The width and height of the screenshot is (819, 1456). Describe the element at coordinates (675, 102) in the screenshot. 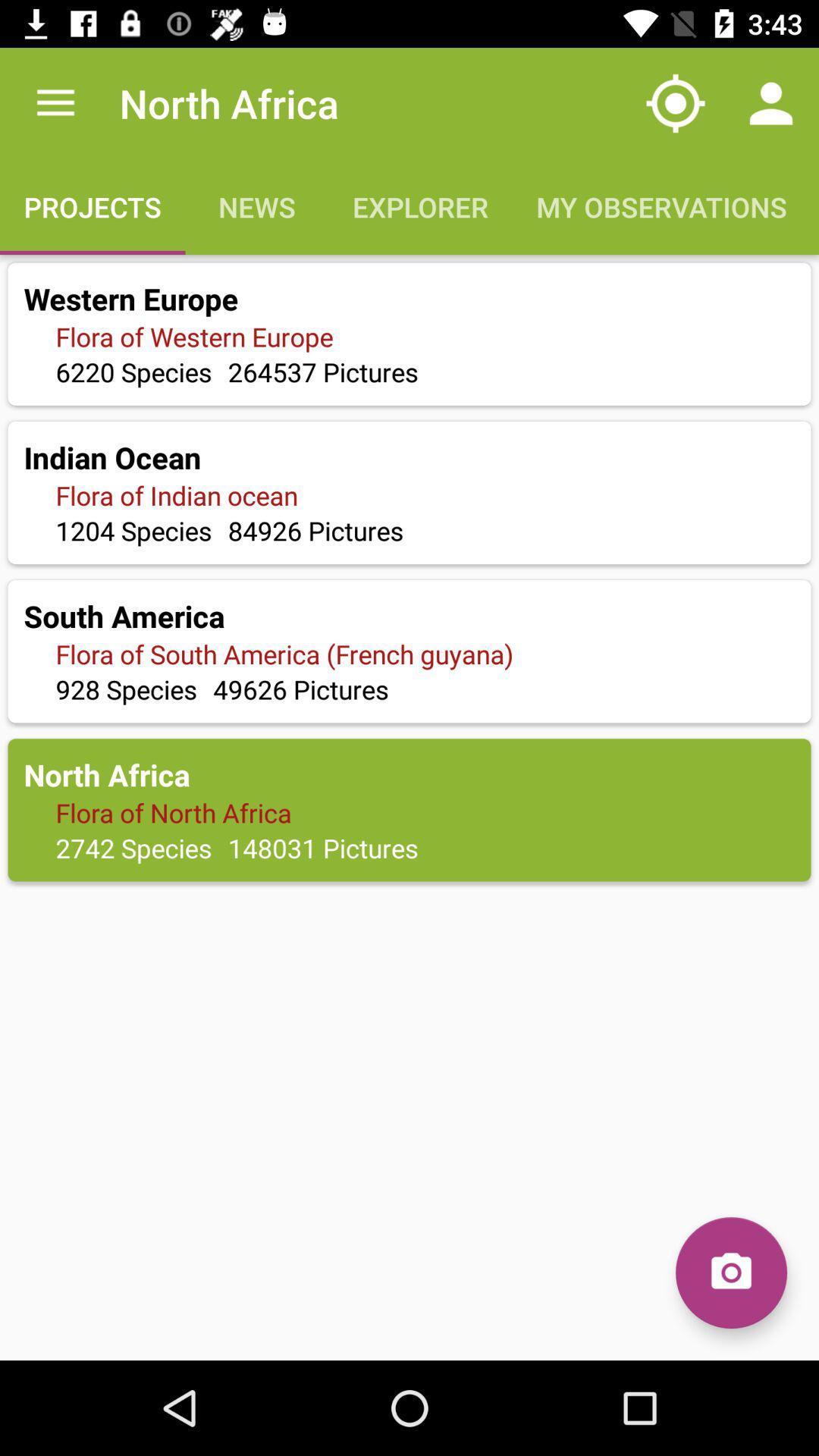

I see `the app to the right of the north africa` at that location.